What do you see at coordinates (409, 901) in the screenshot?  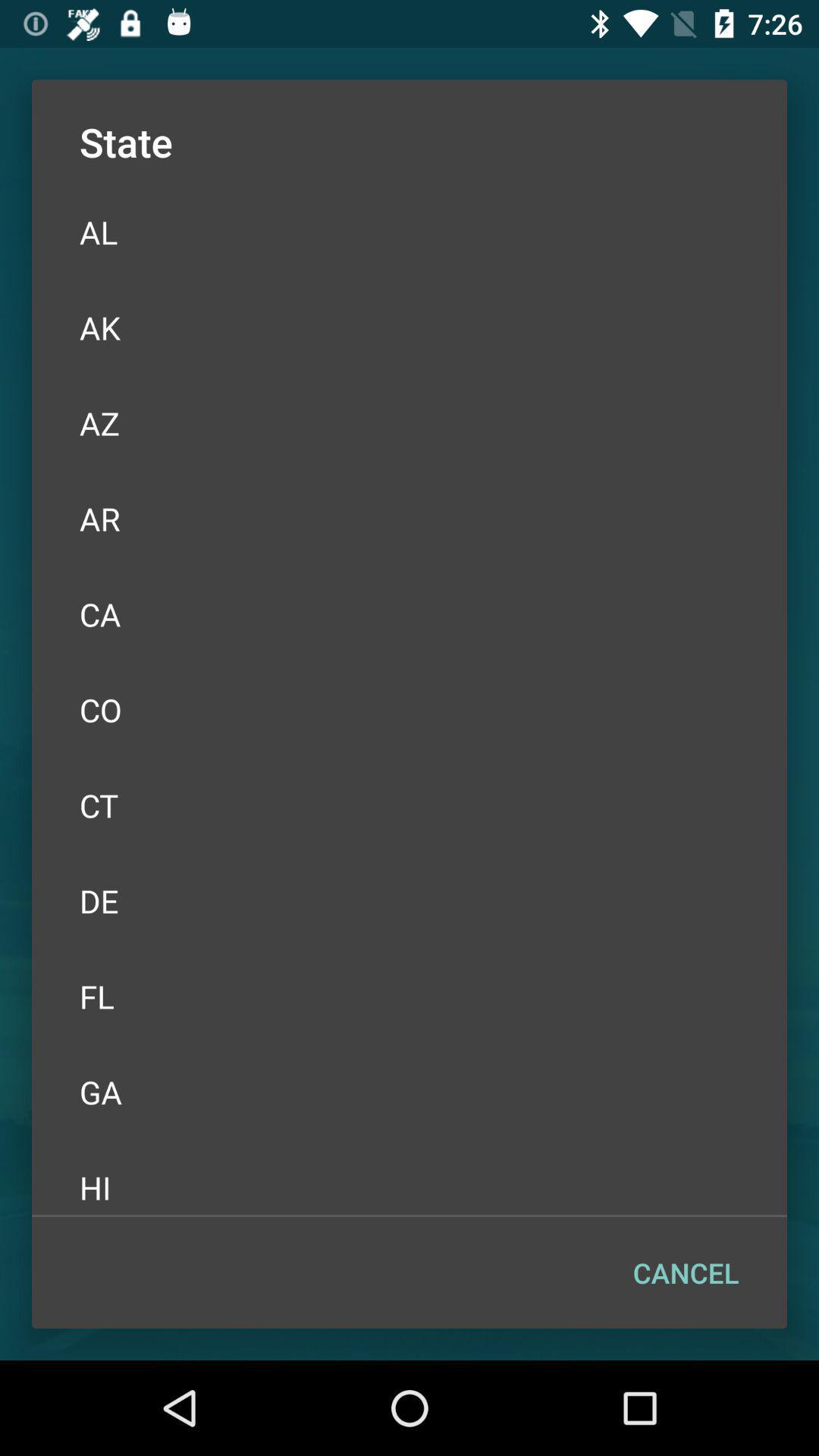 I see `de item` at bounding box center [409, 901].